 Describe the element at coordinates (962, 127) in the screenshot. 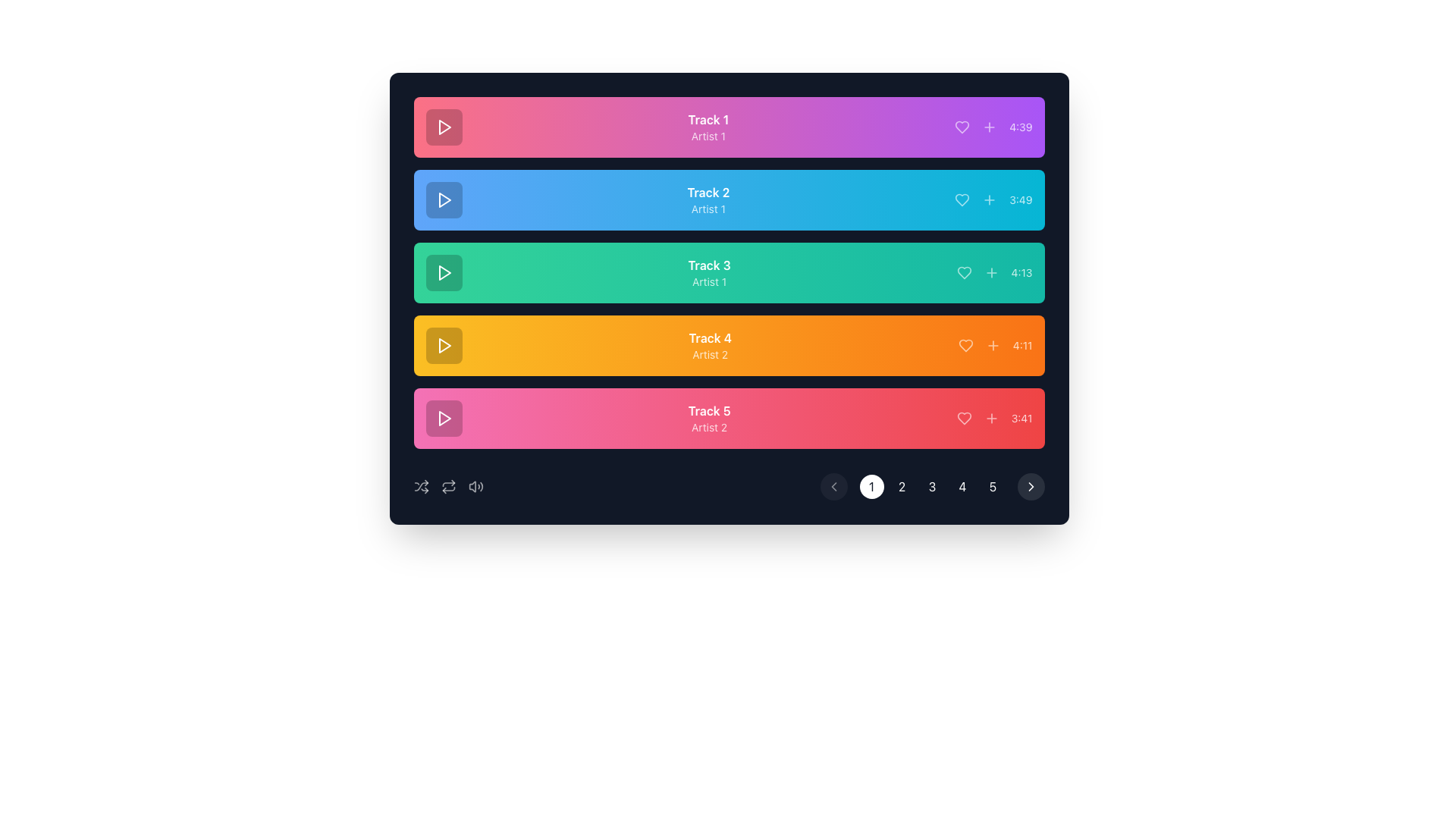

I see `the heart shape icon` at that location.